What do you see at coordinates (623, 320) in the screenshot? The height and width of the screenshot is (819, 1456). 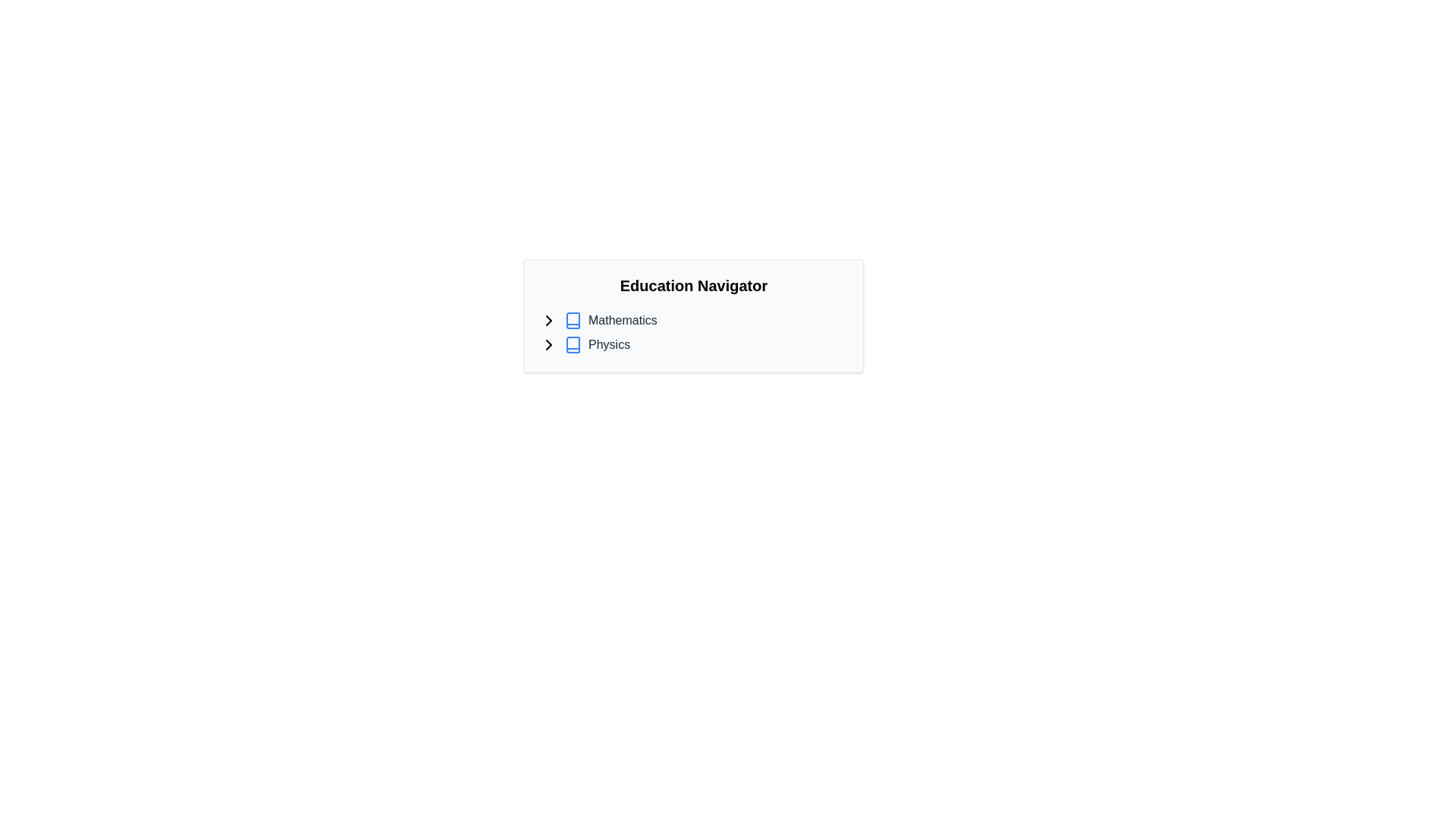 I see `text label displaying 'Mathematics' in the navigation panel, located to the right of the blue book icon` at bounding box center [623, 320].